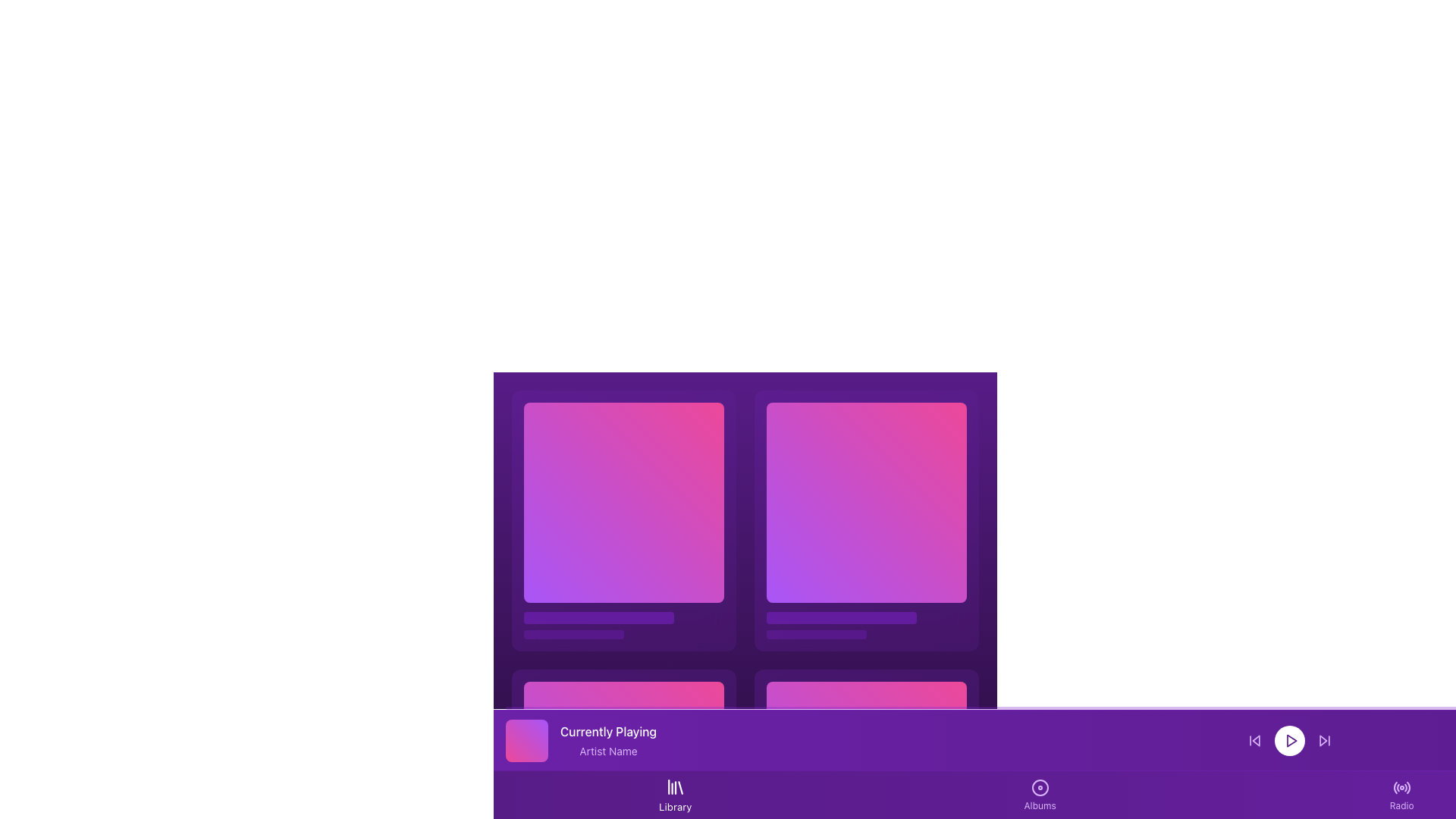  What do you see at coordinates (1039, 794) in the screenshot?
I see `the 'Albums' navigation button located on the bottom navigation bar, which is the second button from the left` at bounding box center [1039, 794].